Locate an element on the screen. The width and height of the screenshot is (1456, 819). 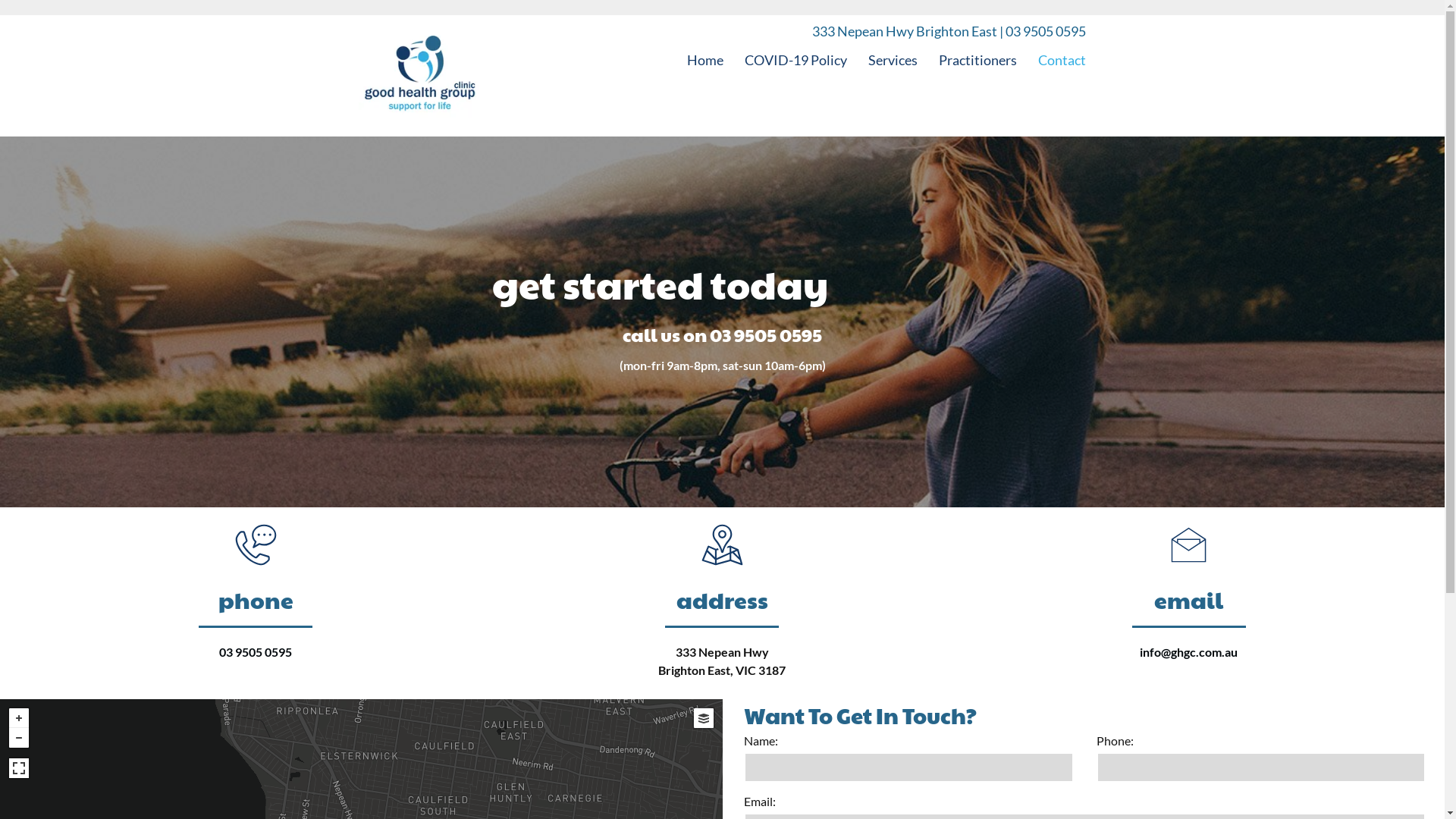
'icon of map' is located at coordinates (721, 543).